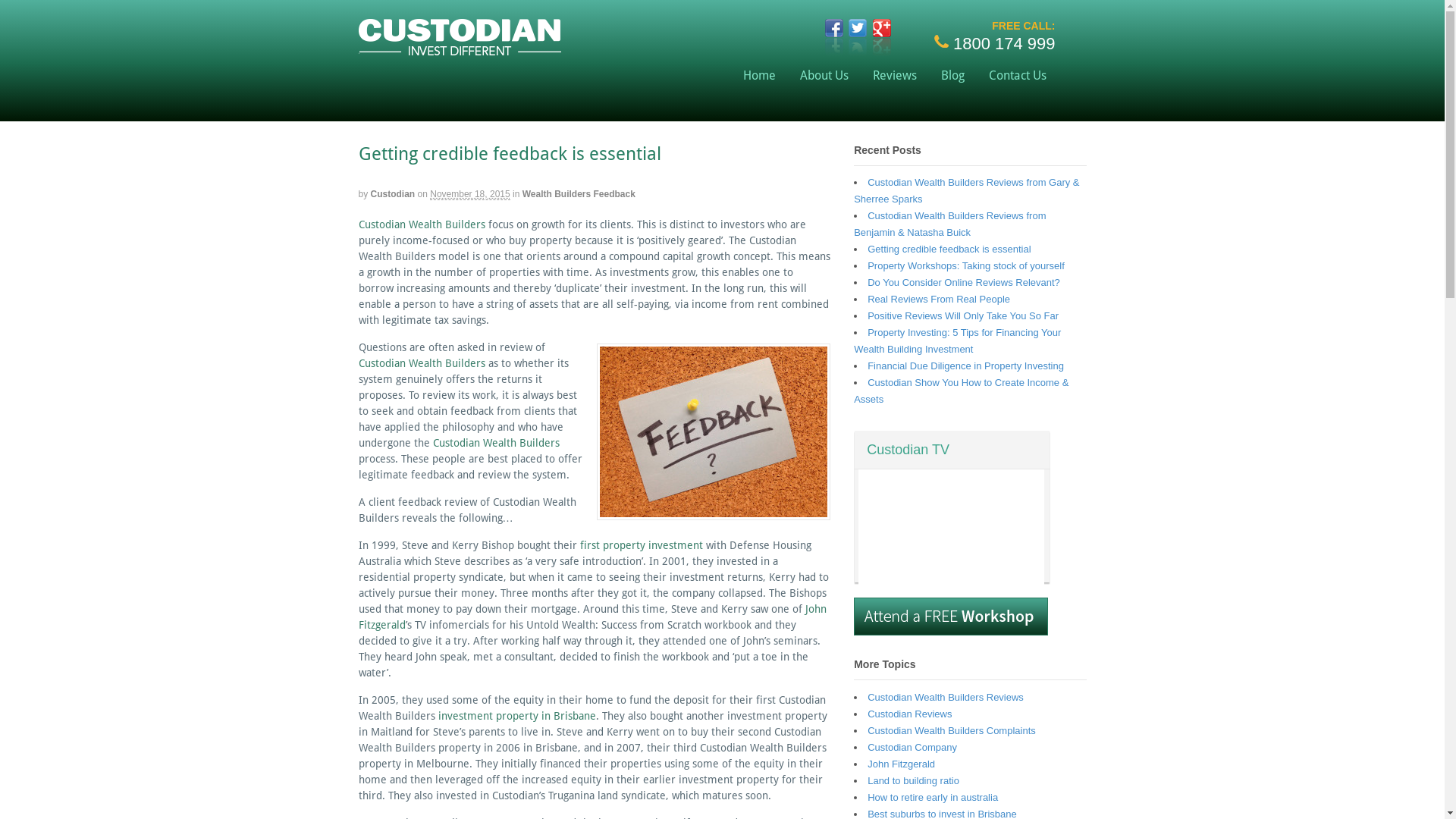 This screenshot has width=1456, height=819. Describe the element at coordinates (759, 75) in the screenshot. I see `'Home'` at that location.